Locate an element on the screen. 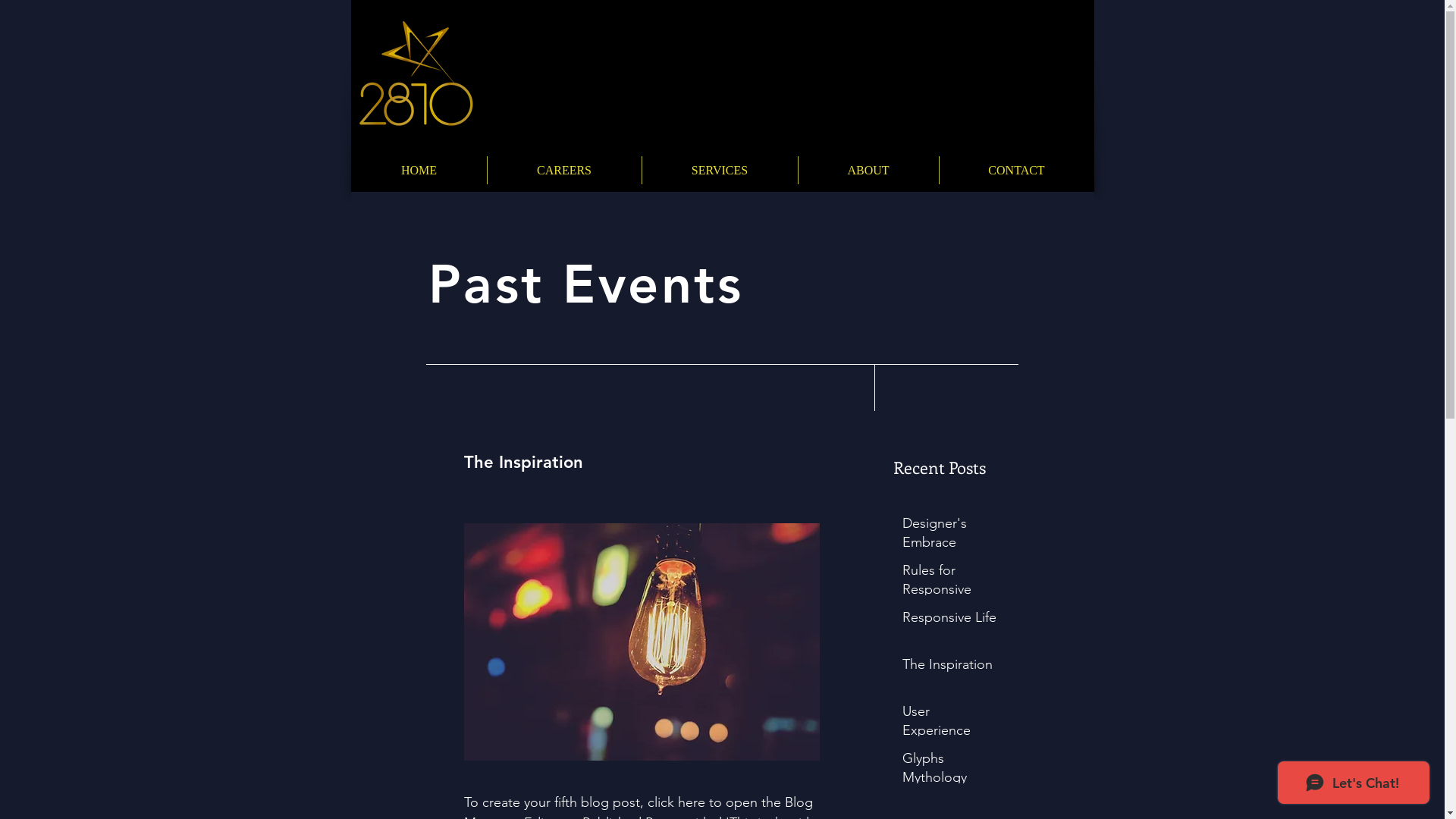 The height and width of the screenshot is (819, 1456). 'SERVICES' is located at coordinates (718, 170).